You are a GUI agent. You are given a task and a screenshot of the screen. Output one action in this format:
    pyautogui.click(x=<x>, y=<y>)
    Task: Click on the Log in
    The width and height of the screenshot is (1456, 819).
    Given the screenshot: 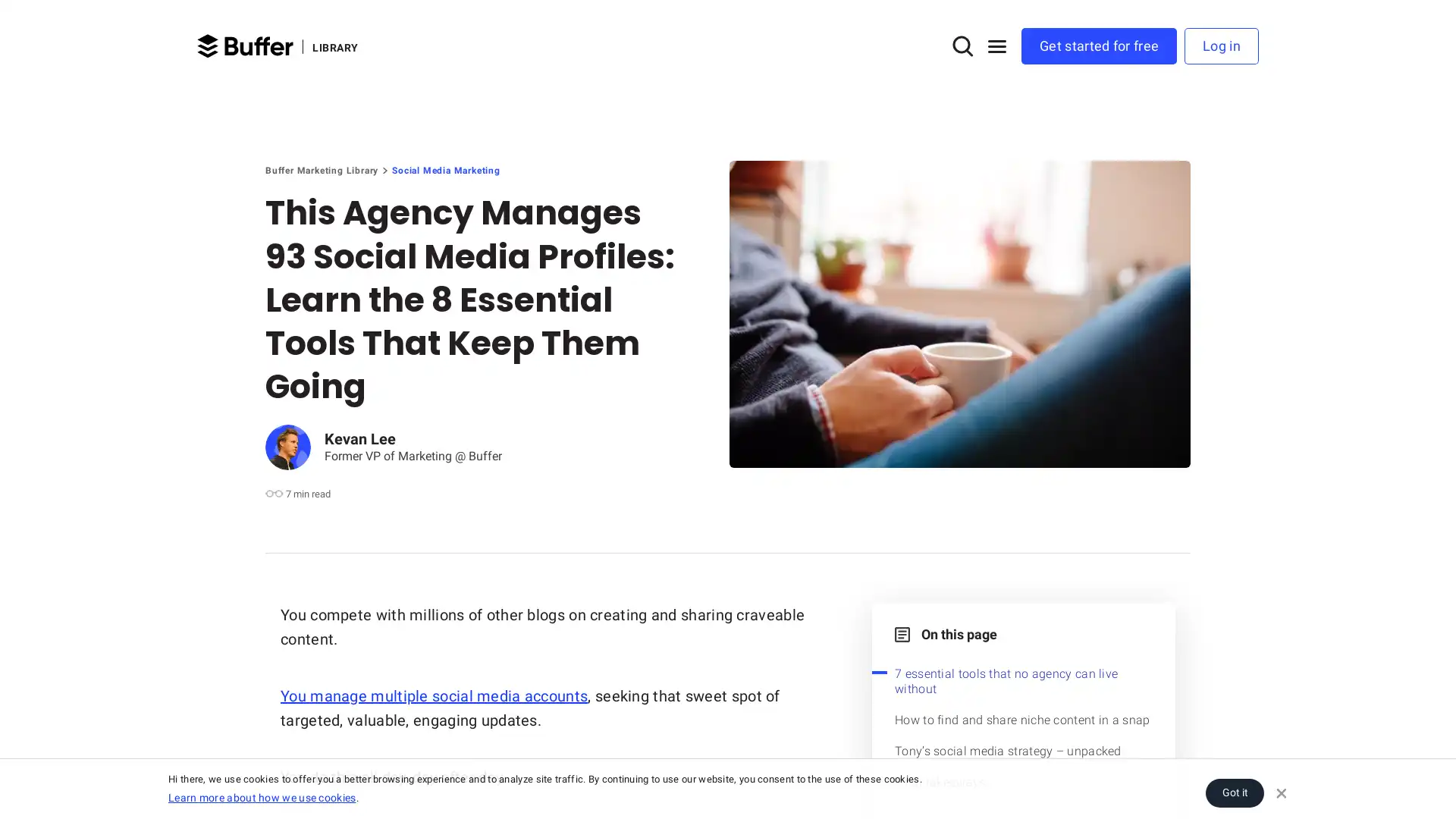 What is the action you would take?
    pyautogui.click(x=1222, y=45)
    